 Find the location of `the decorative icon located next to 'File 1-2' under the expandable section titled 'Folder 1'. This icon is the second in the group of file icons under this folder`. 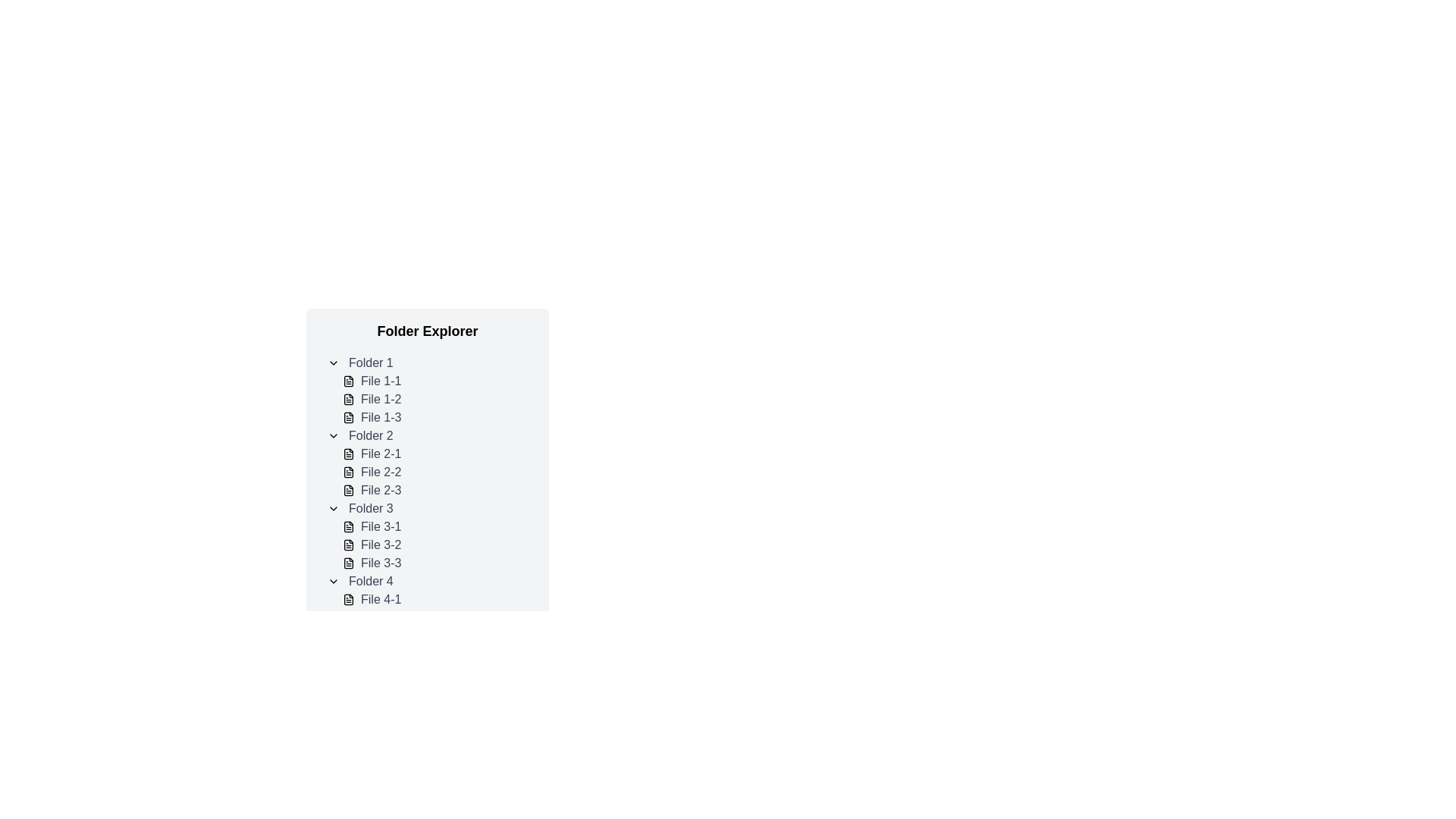

the decorative icon located next to 'File 1-2' under the expandable section titled 'Folder 1'. This icon is the second in the group of file icons under this folder is located at coordinates (348, 399).